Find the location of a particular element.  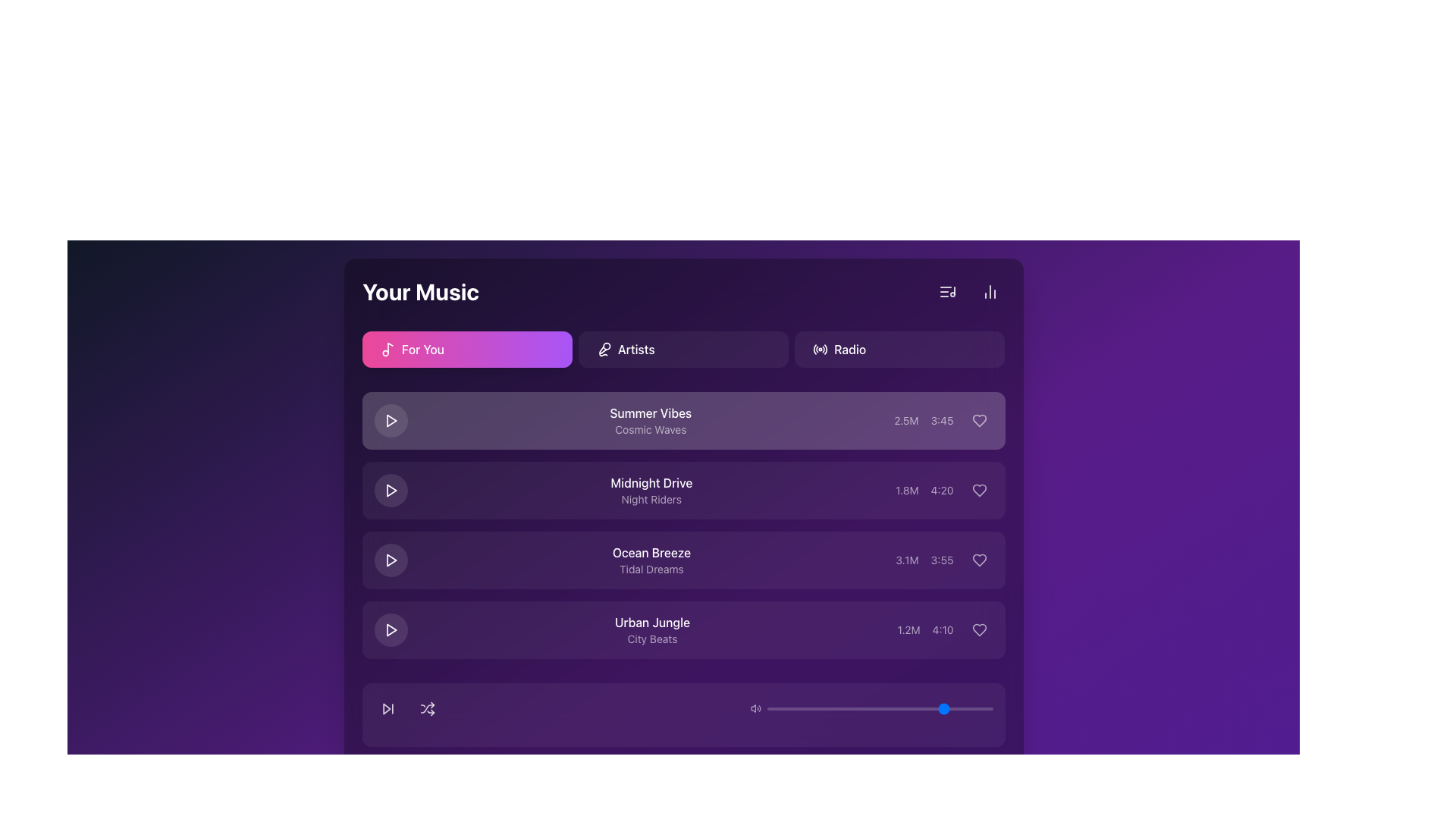

the music item text display located in the third row of the list is located at coordinates (651, 560).